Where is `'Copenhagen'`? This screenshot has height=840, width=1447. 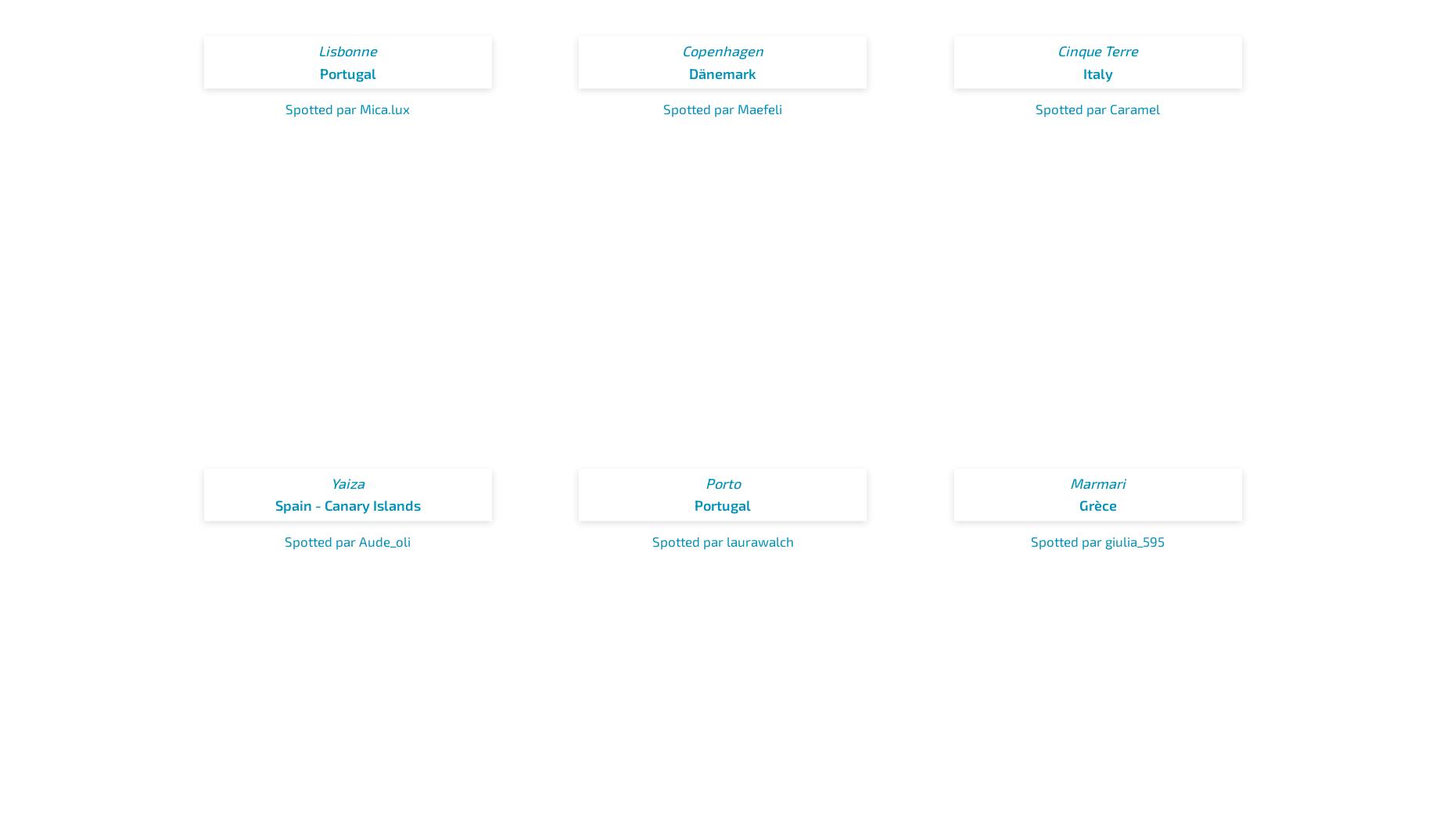
'Copenhagen' is located at coordinates (723, 50).